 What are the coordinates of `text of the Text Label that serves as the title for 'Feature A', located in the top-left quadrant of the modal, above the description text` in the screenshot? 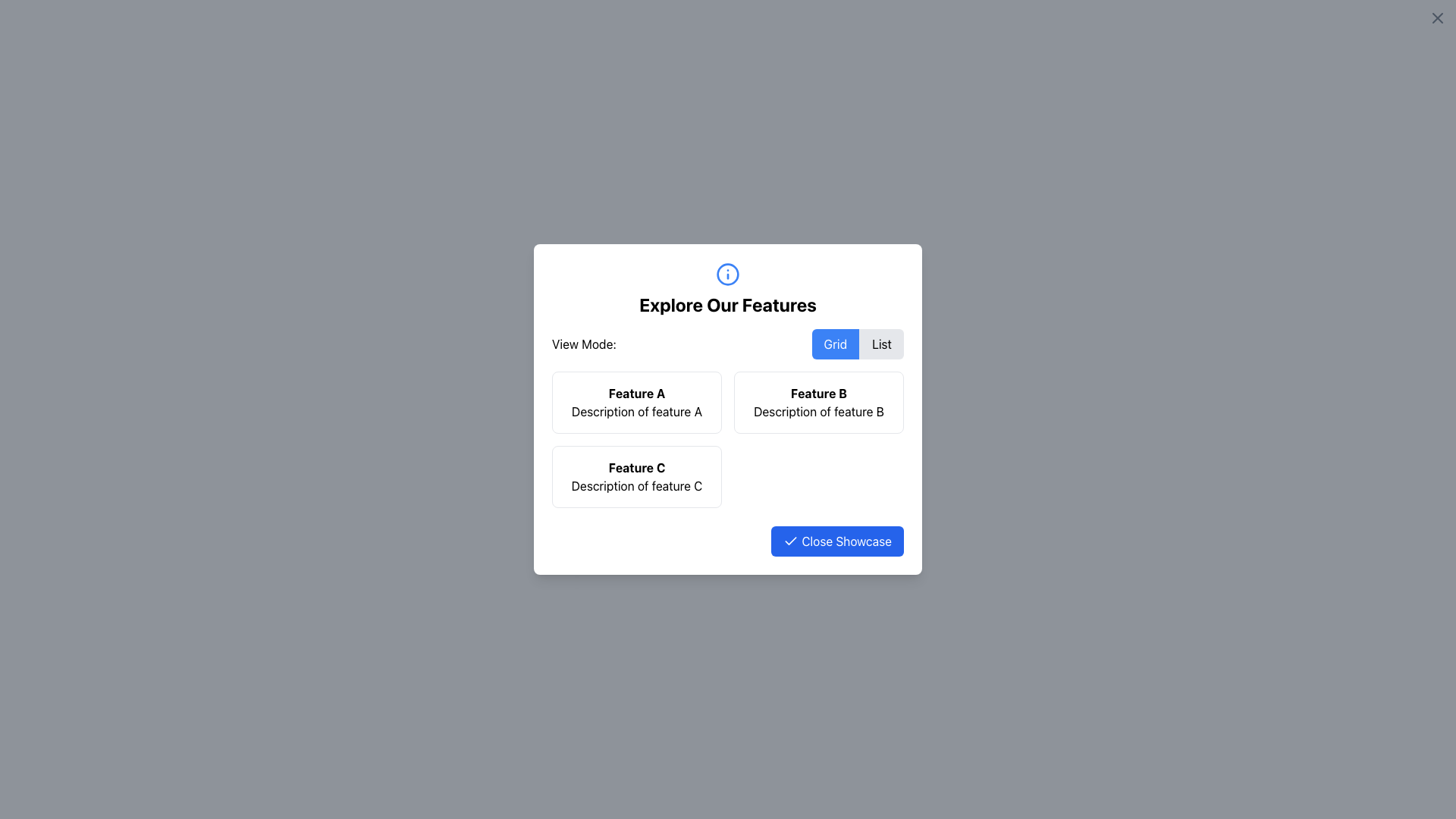 It's located at (637, 393).